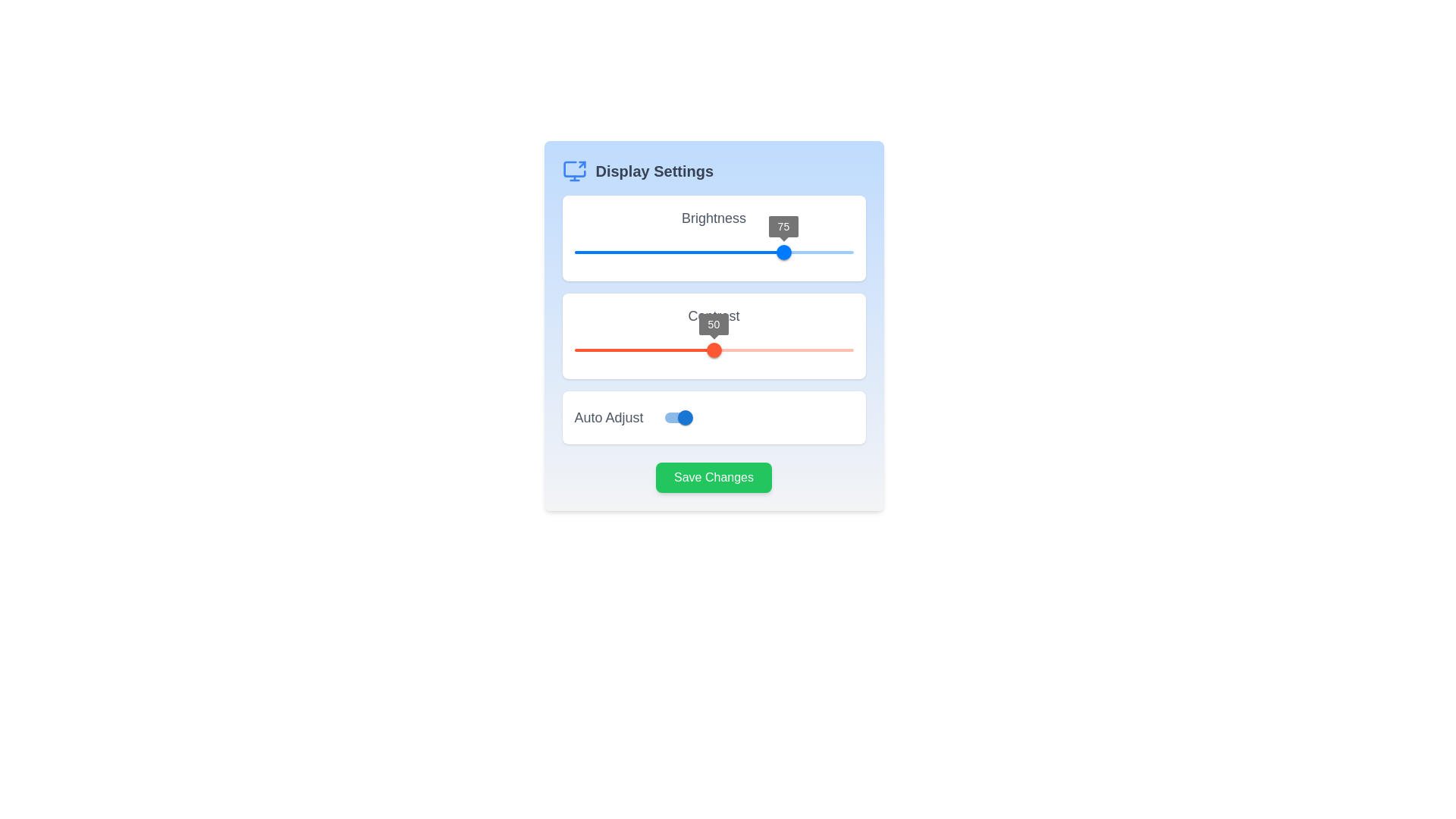  I want to click on the circular blue toggle switch thumb located under the 'Auto Adjust' label in the 'Display Settings' panel, so click(684, 418).